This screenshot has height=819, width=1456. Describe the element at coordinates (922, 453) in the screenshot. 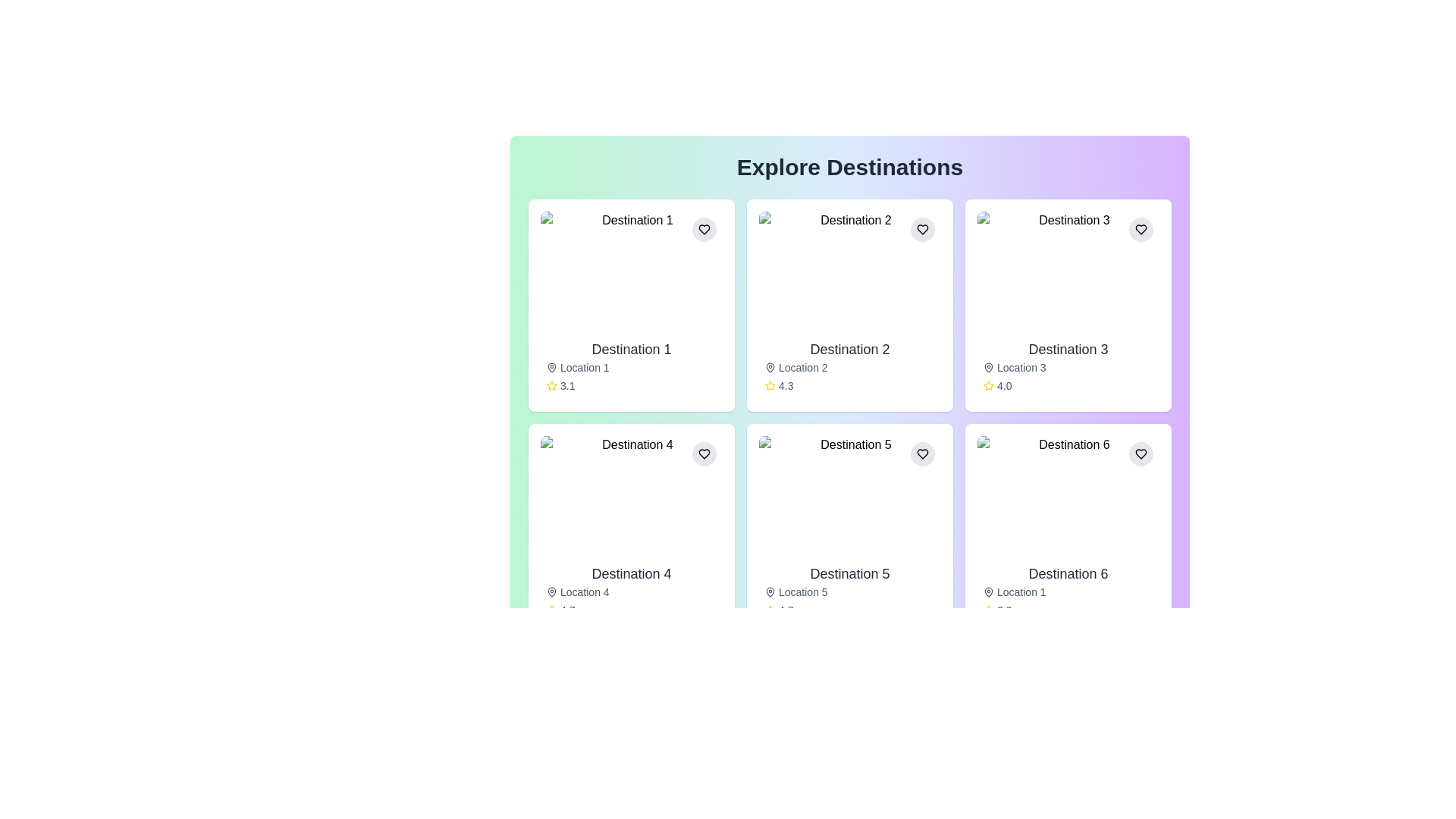

I see `the heart-shaped outline button located in the top-right corner of the 'Destination 5' card` at that location.